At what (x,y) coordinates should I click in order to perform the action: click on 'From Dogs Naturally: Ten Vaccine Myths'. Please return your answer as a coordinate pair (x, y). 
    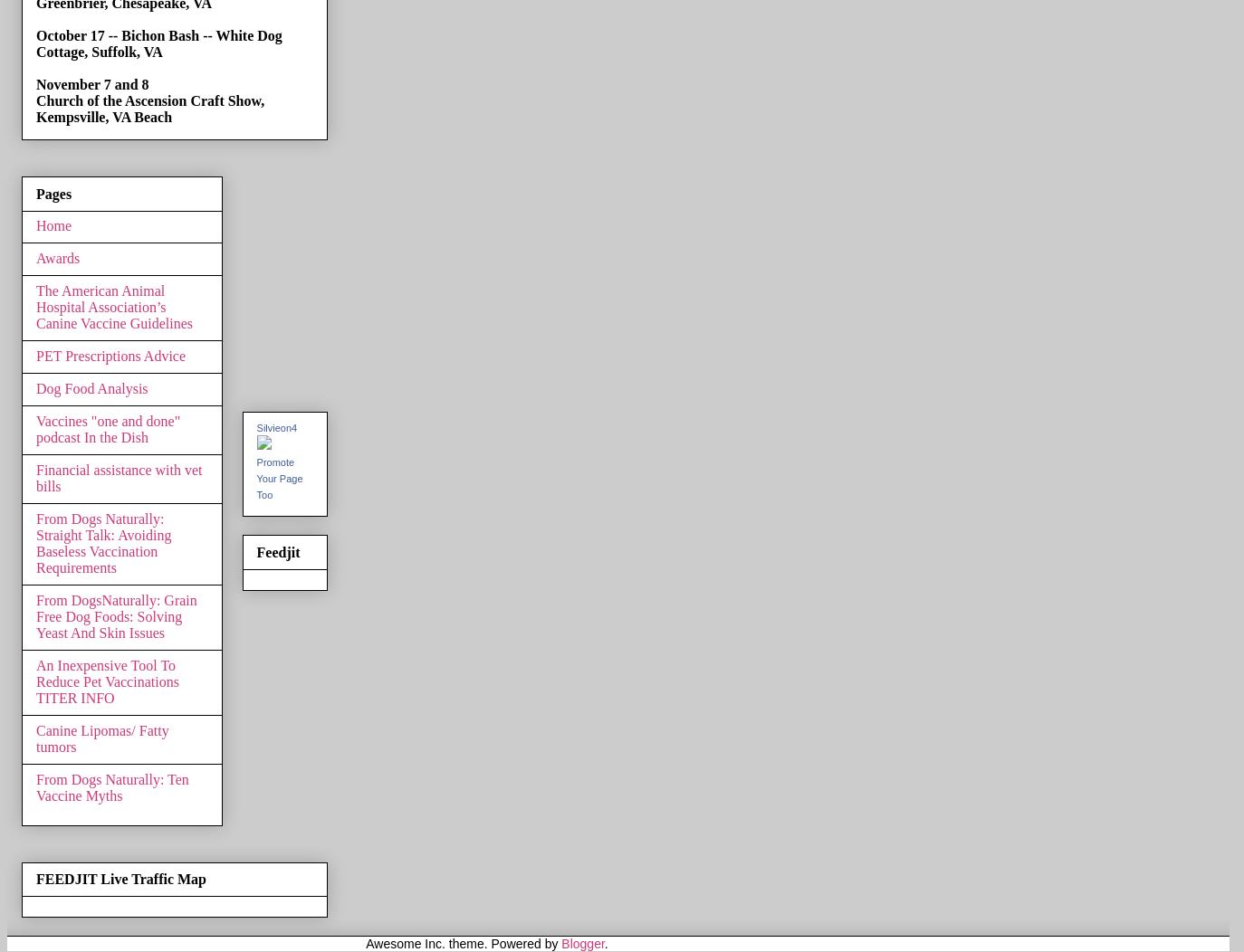
    Looking at the image, I should click on (34, 785).